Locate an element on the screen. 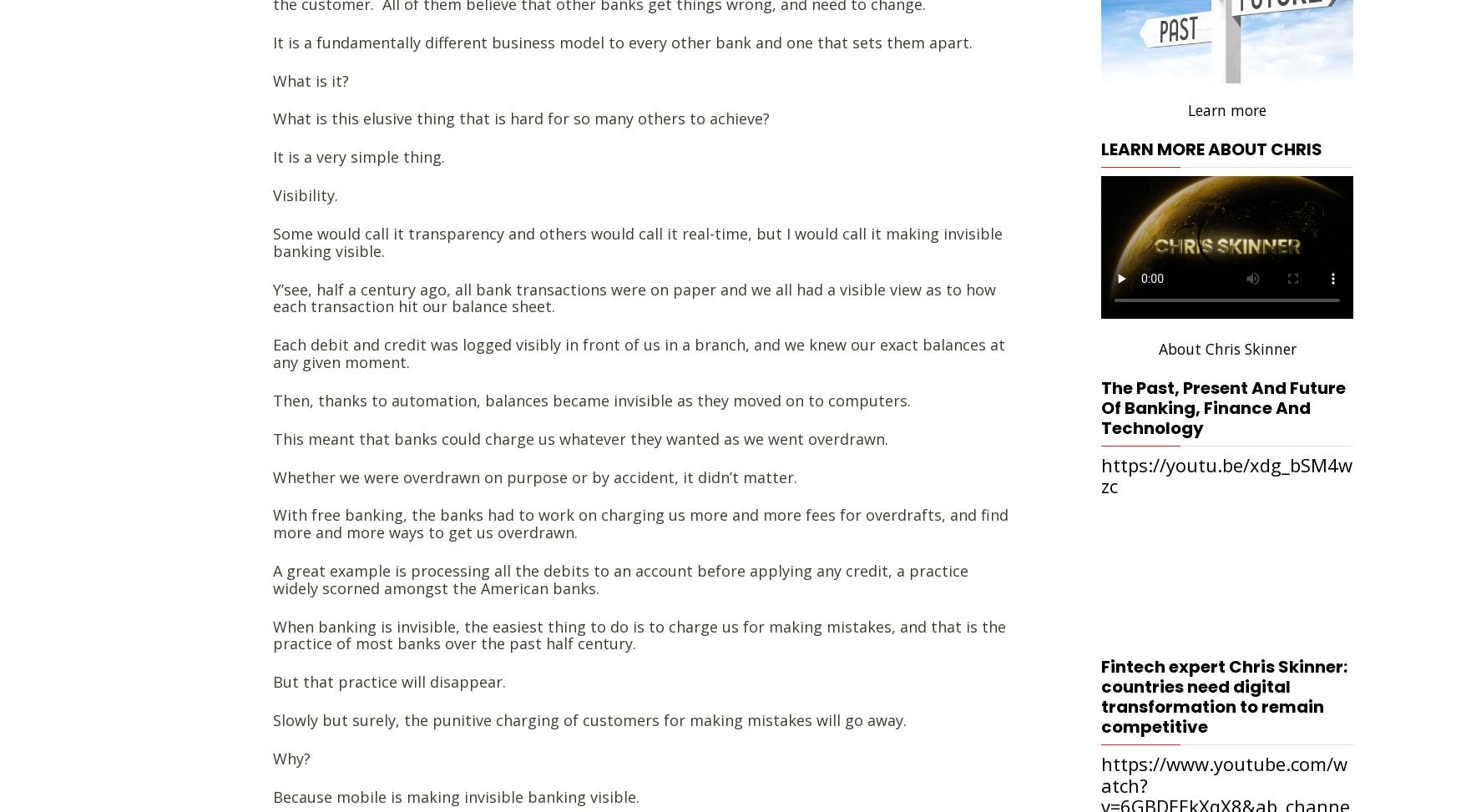 This screenshot has height=812, width=1461. 'With free banking, the banks had to work on charging us more and more fees for overdrafts, and find more and more ways to get us overdrawn.' is located at coordinates (640, 522).